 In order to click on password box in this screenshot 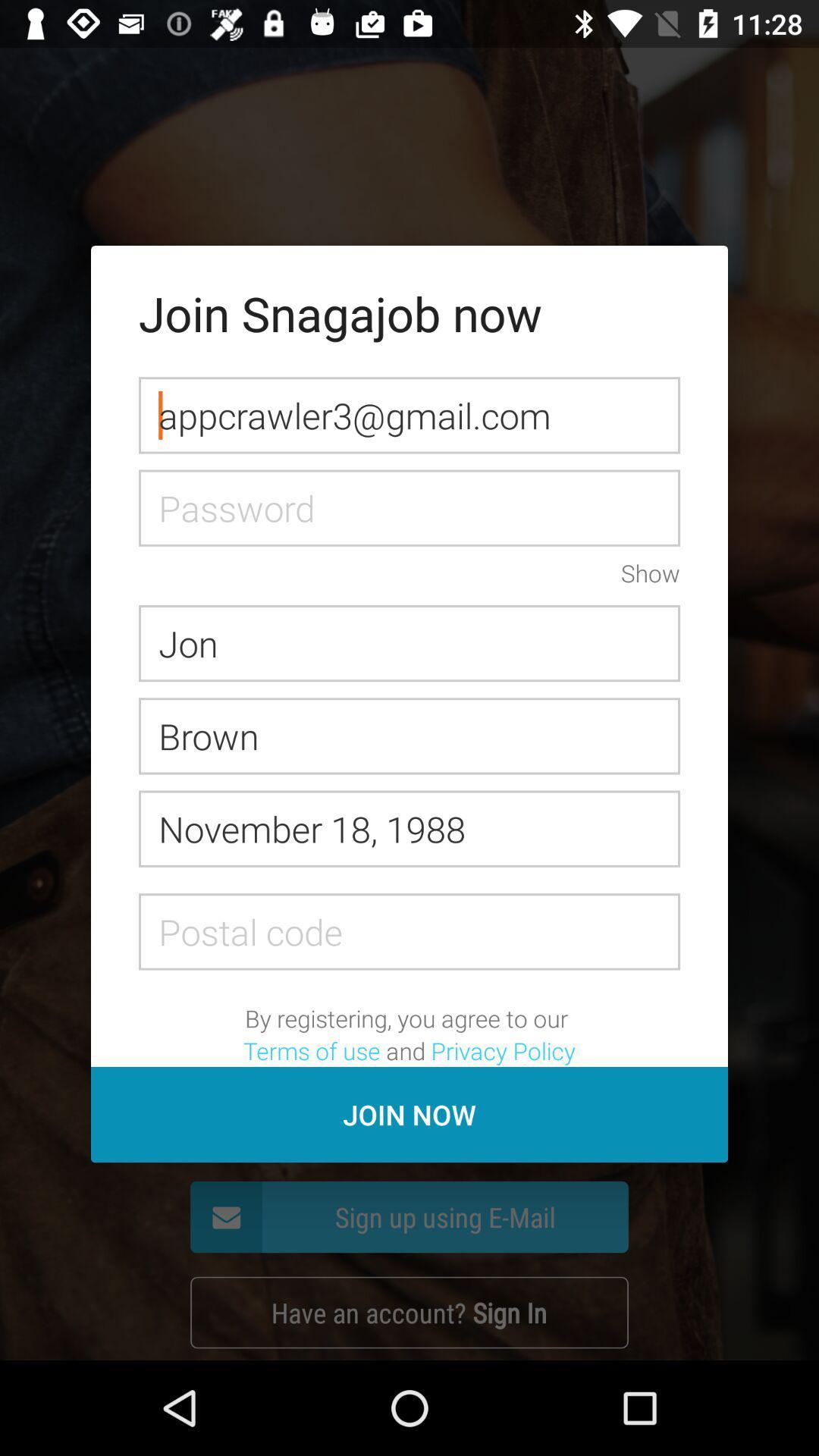, I will do `click(409, 508)`.